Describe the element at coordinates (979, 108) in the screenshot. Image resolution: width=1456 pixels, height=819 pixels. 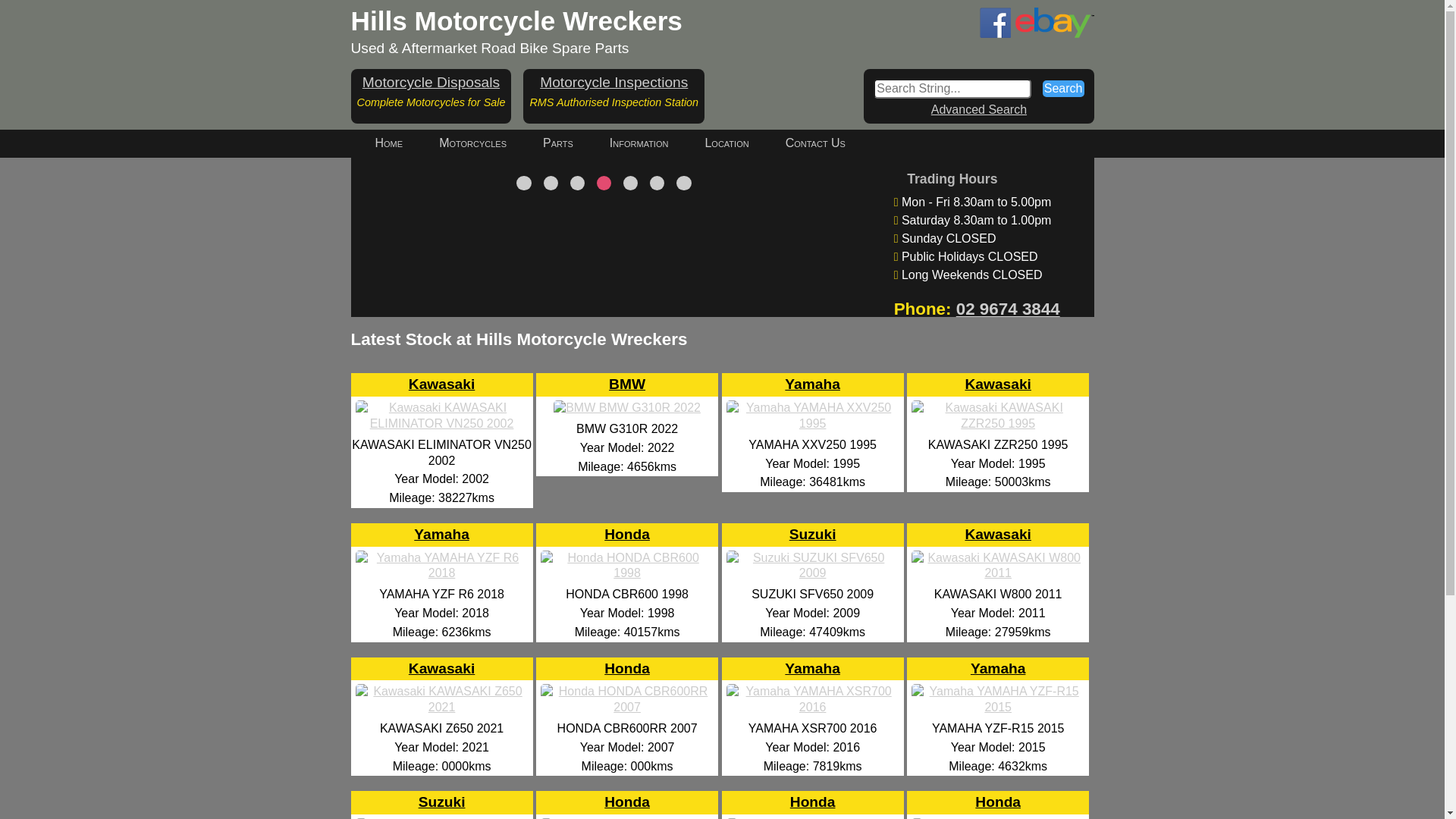
I see `'Advanced Search'` at that location.